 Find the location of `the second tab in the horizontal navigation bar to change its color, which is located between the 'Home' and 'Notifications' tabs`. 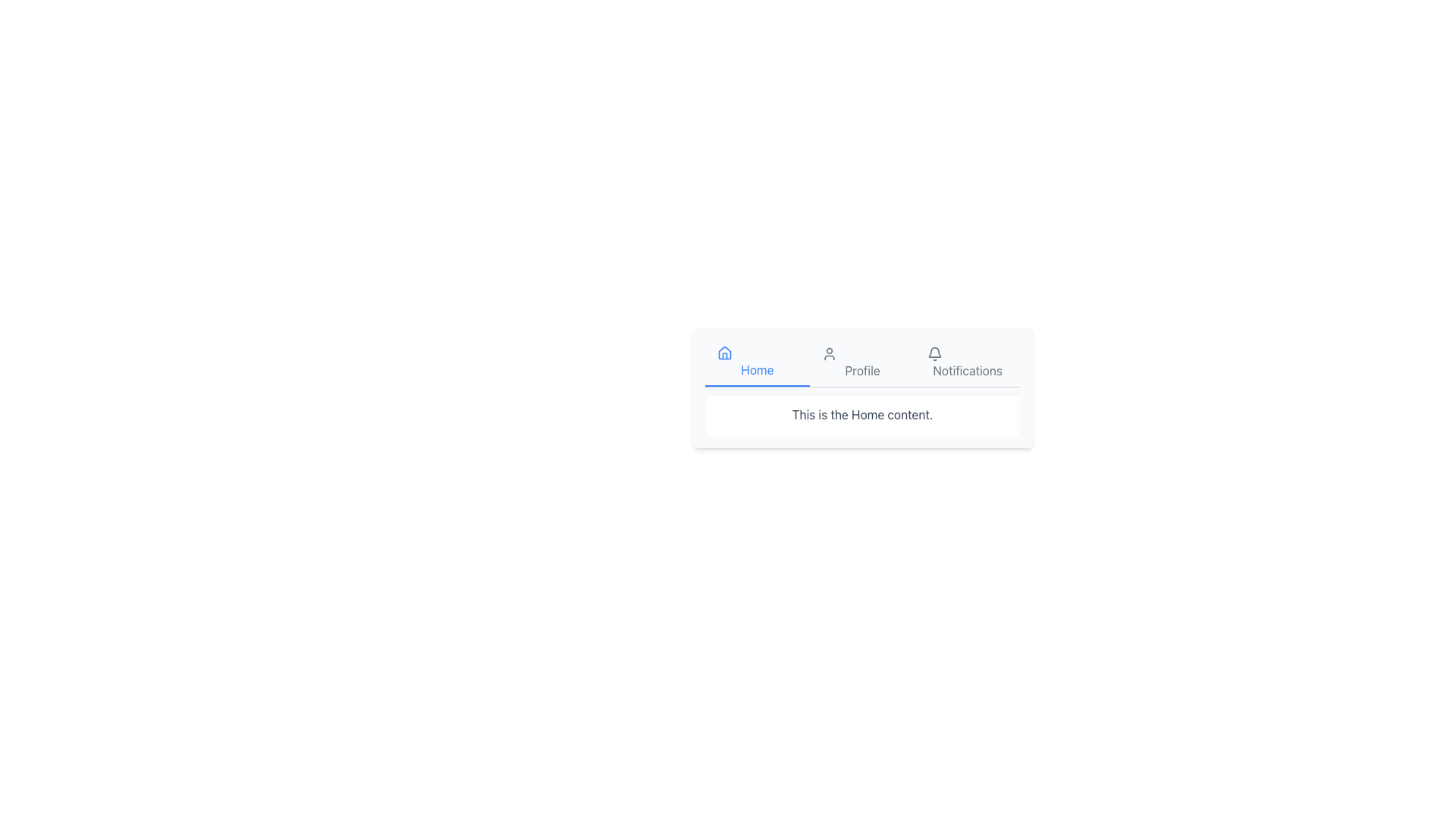

the second tab in the horizontal navigation bar to change its color, which is located between the 'Home' and 'Notifications' tabs is located at coordinates (862, 362).